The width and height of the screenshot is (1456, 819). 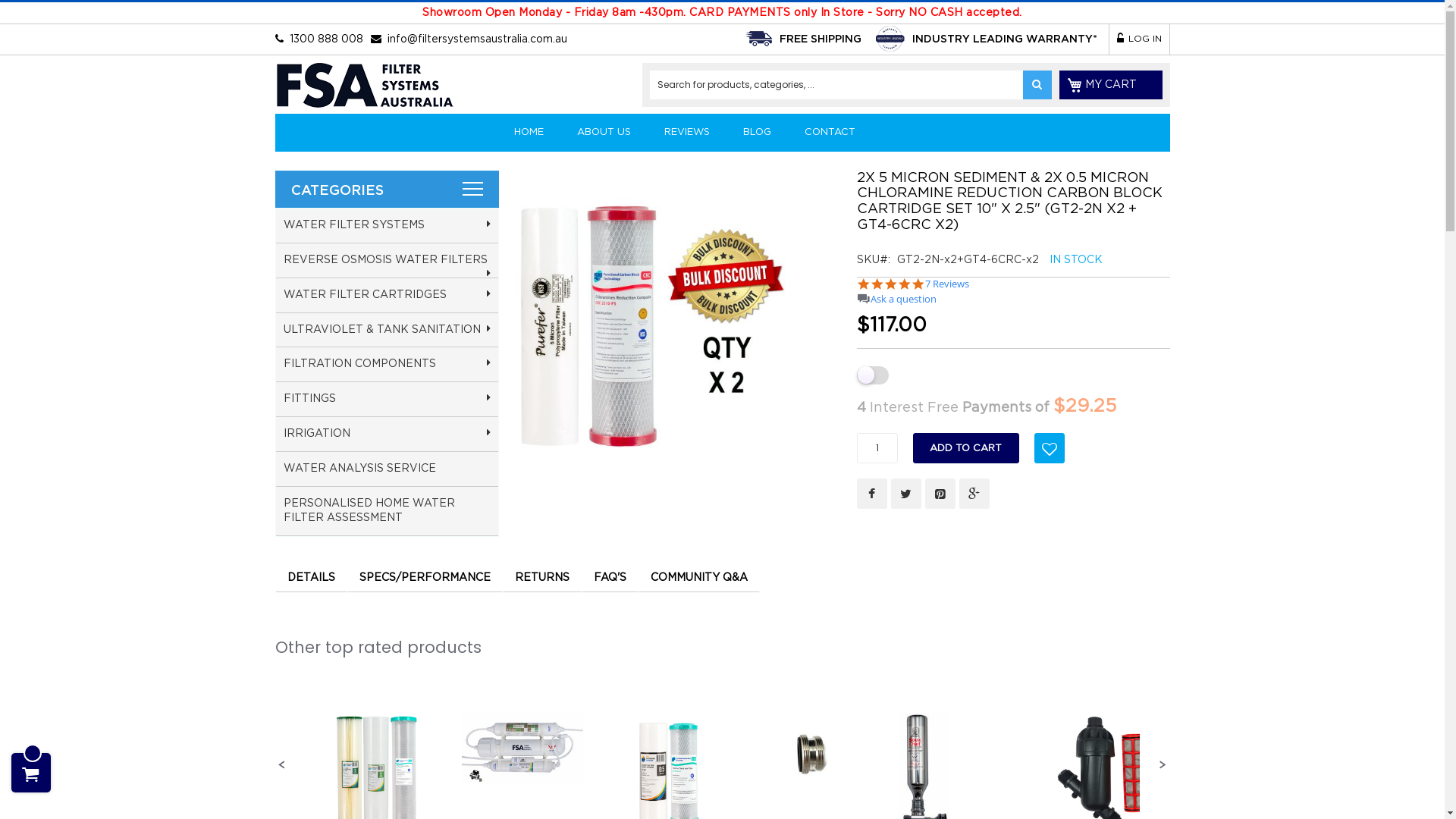 I want to click on 'FAQ'S', so click(x=609, y=576).